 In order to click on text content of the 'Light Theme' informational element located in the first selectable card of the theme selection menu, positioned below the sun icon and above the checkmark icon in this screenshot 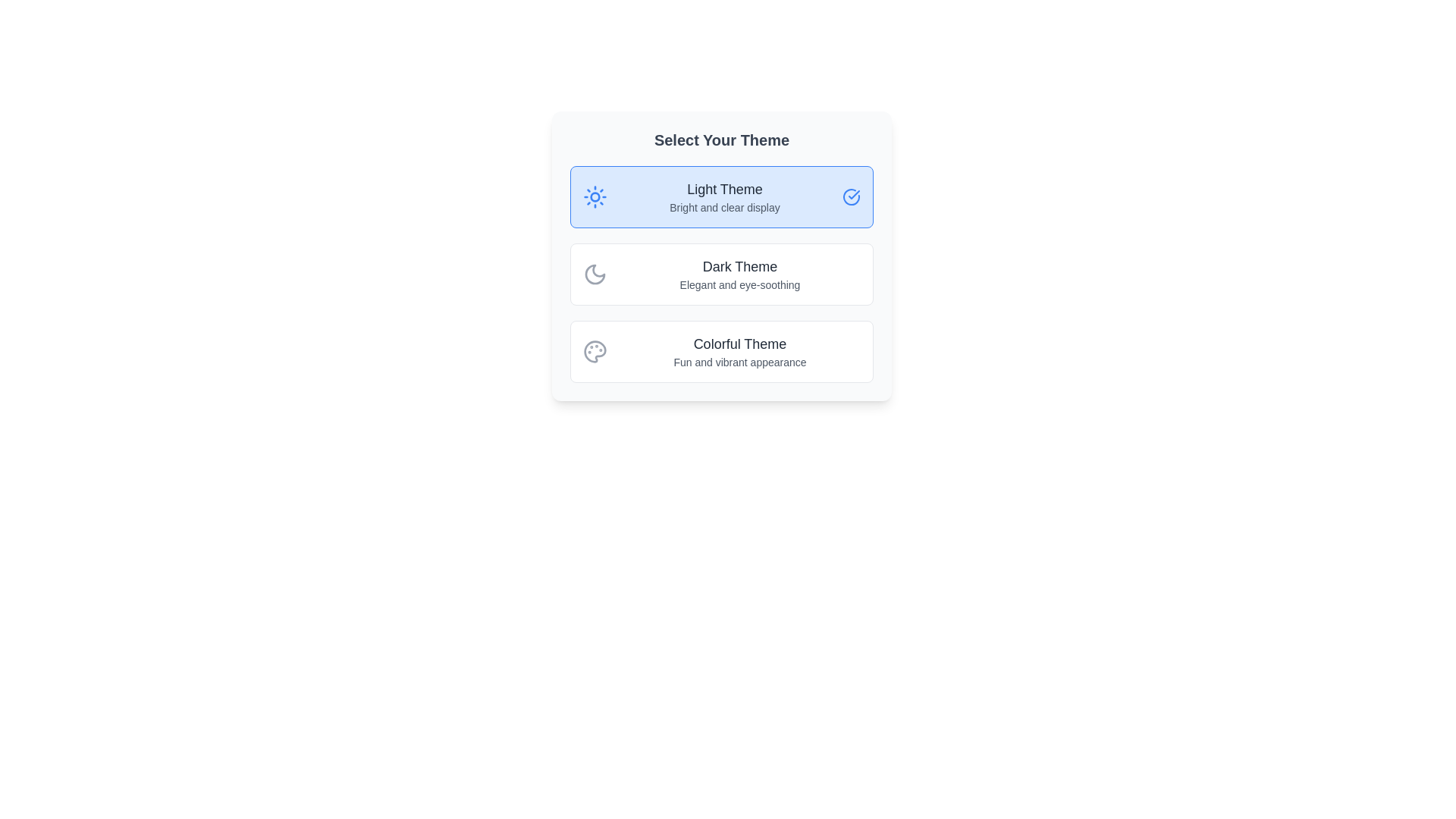, I will do `click(723, 196)`.